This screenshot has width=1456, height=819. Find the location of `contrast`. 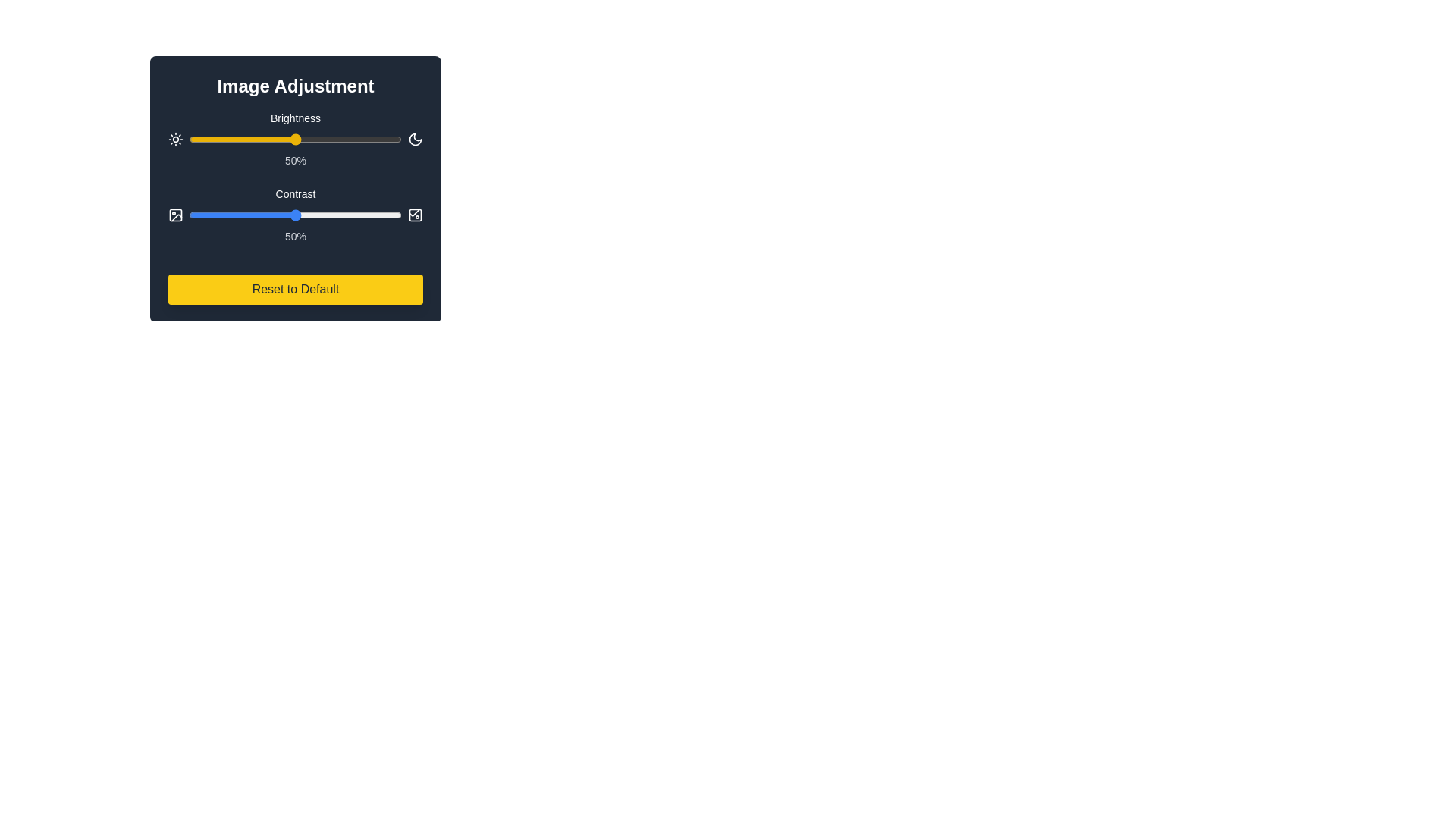

contrast is located at coordinates (246, 215).